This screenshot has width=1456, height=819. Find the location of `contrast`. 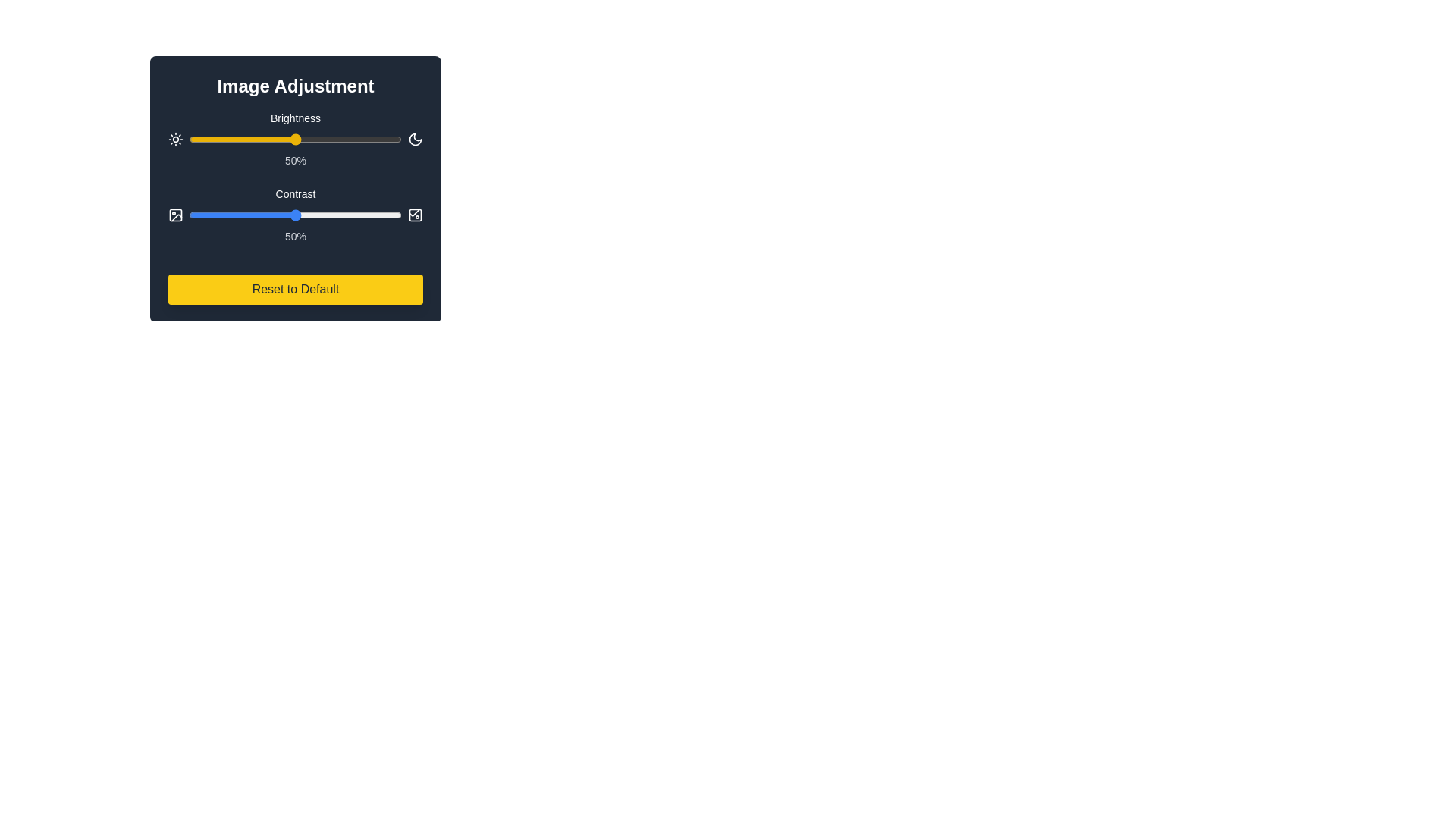

contrast is located at coordinates (246, 215).